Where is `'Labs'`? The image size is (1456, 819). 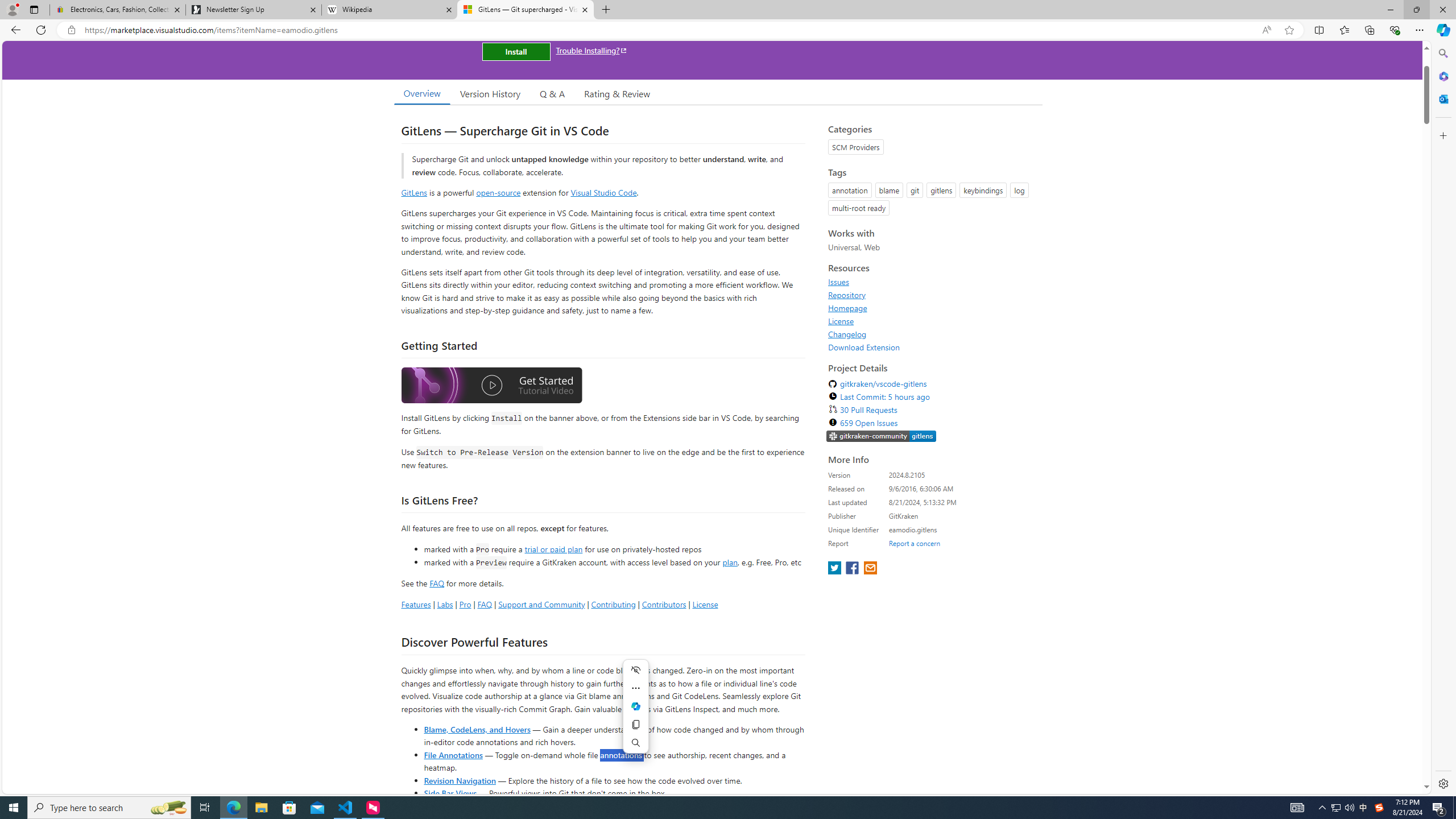 'Labs' is located at coordinates (445, 603).